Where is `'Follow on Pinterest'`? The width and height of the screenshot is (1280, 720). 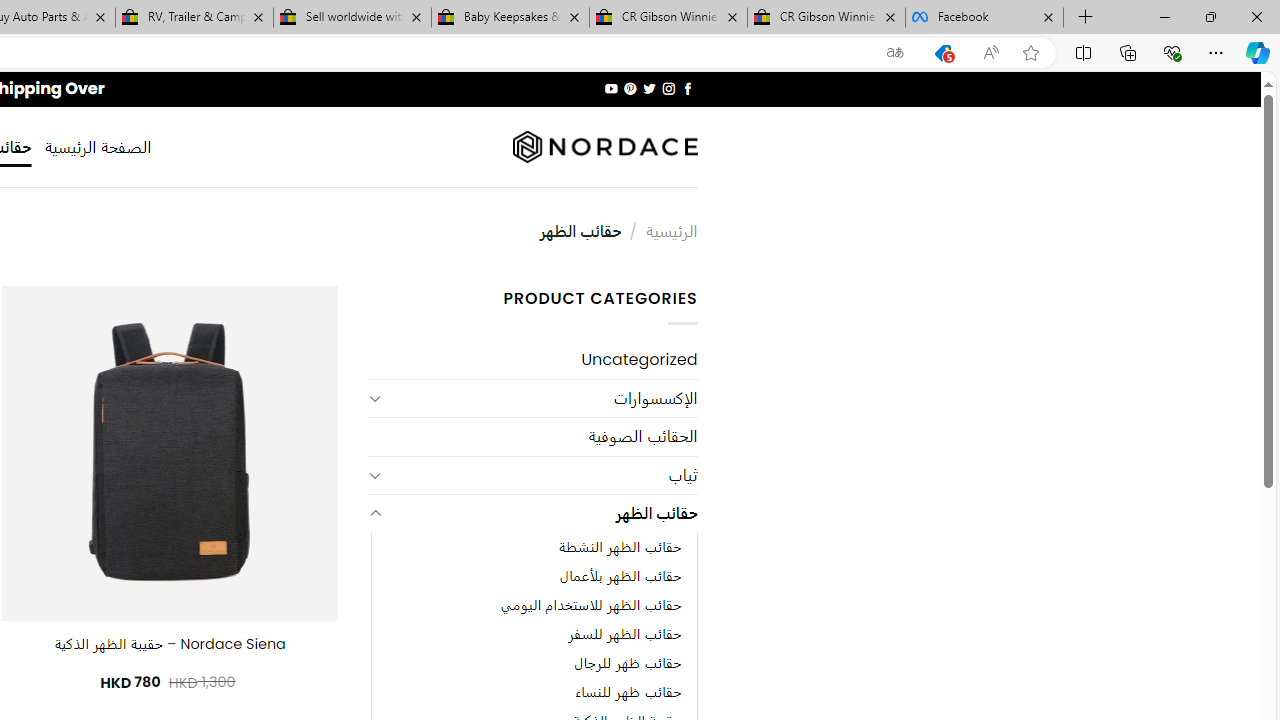
'Follow on Pinterest' is located at coordinates (630, 88).